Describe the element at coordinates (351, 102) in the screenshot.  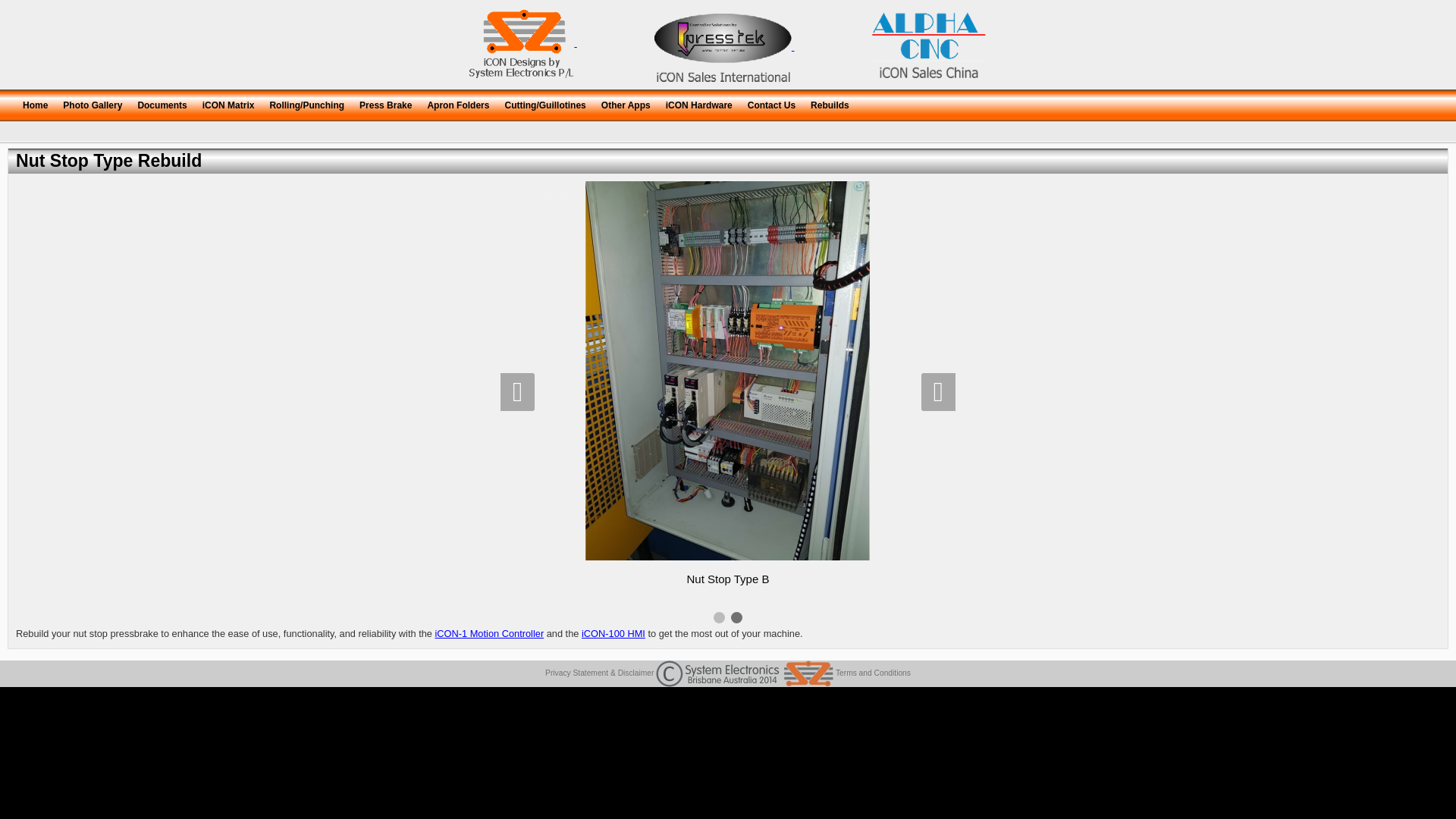
I see `'Press Brake'` at that location.